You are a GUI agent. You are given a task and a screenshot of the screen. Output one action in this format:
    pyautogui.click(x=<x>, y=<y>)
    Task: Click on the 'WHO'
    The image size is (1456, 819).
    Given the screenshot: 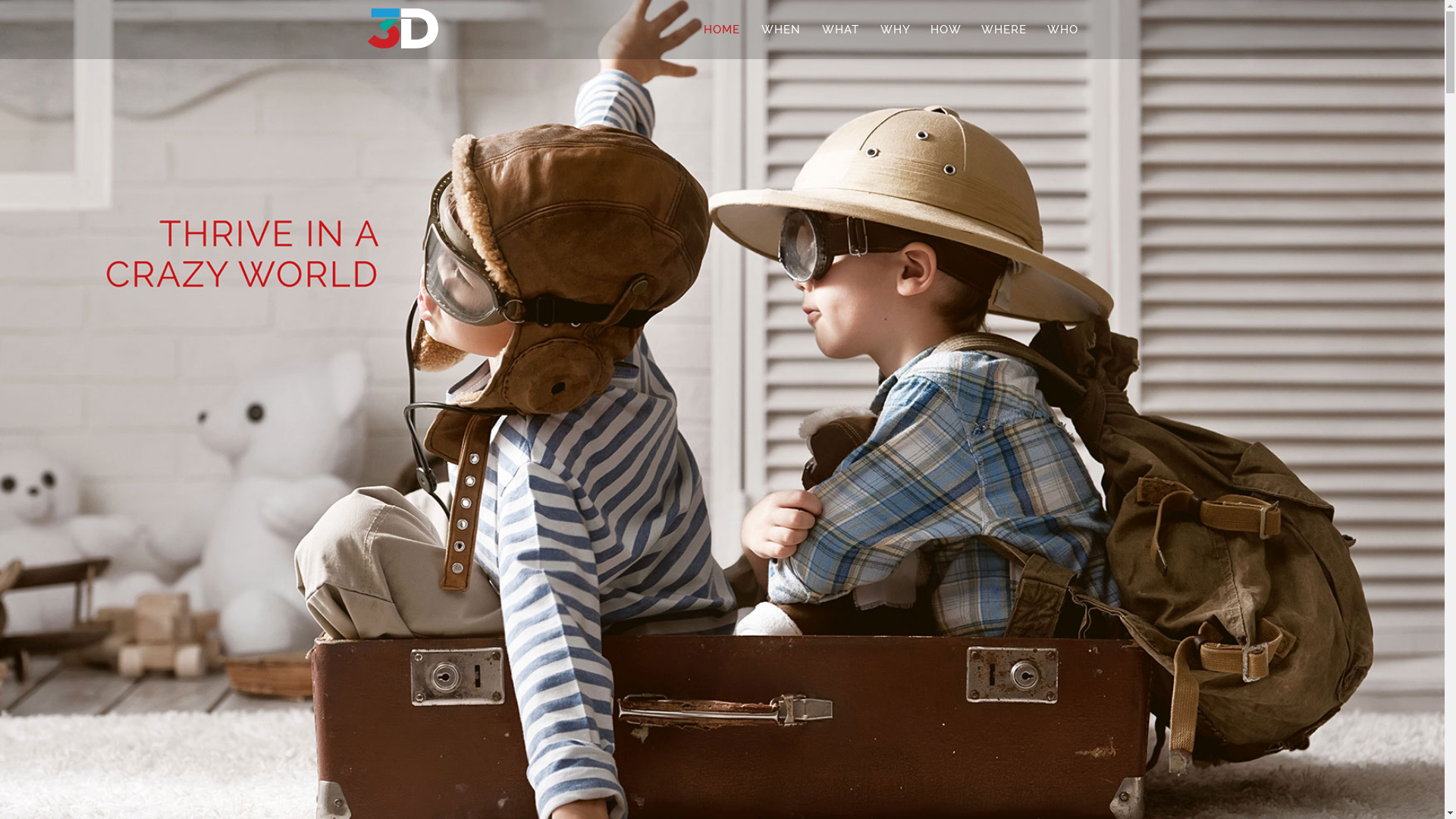 What is the action you would take?
    pyautogui.click(x=1062, y=29)
    